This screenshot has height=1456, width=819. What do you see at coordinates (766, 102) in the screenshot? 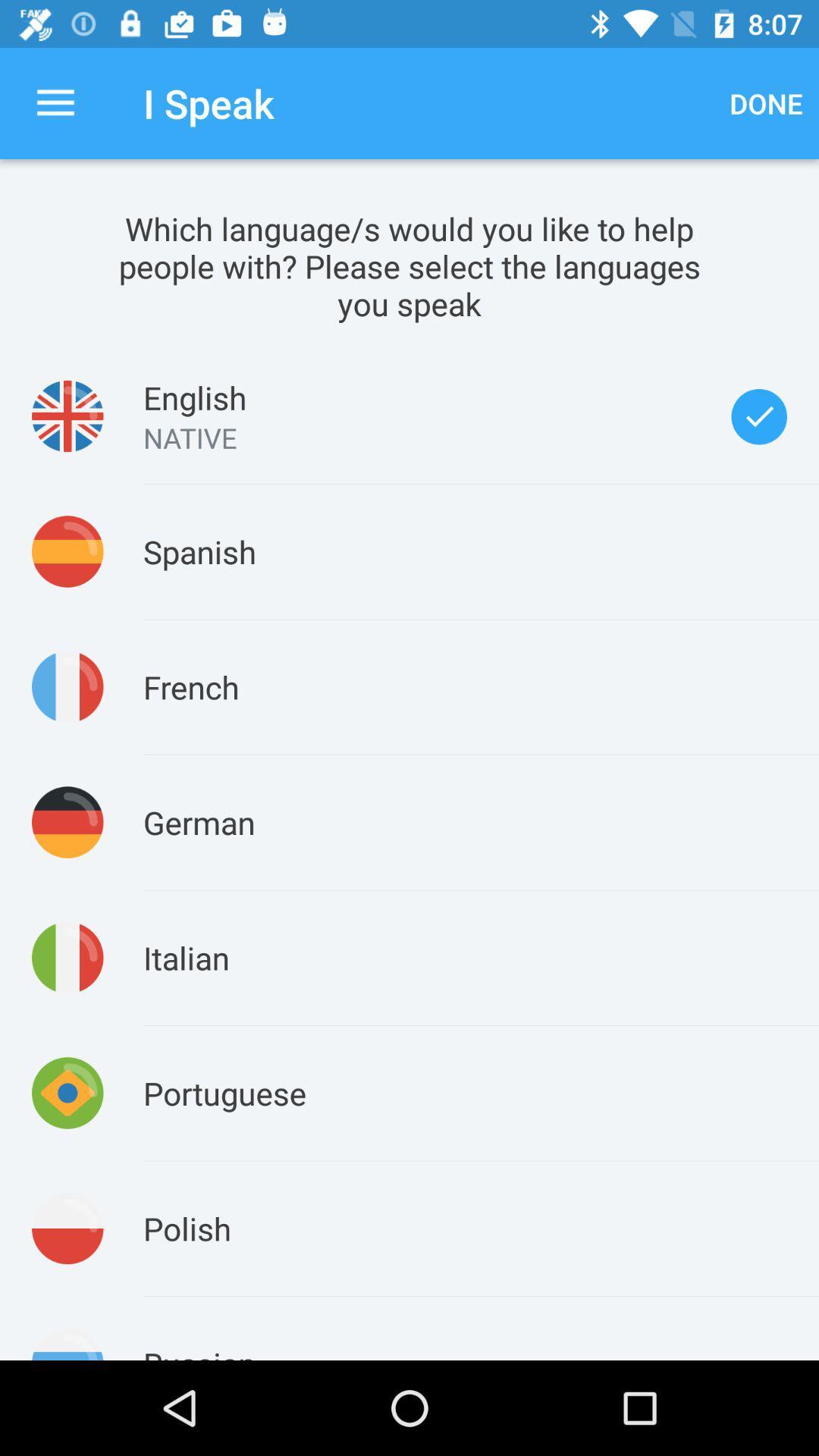
I see `the icon next to the i speak app` at bounding box center [766, 102].